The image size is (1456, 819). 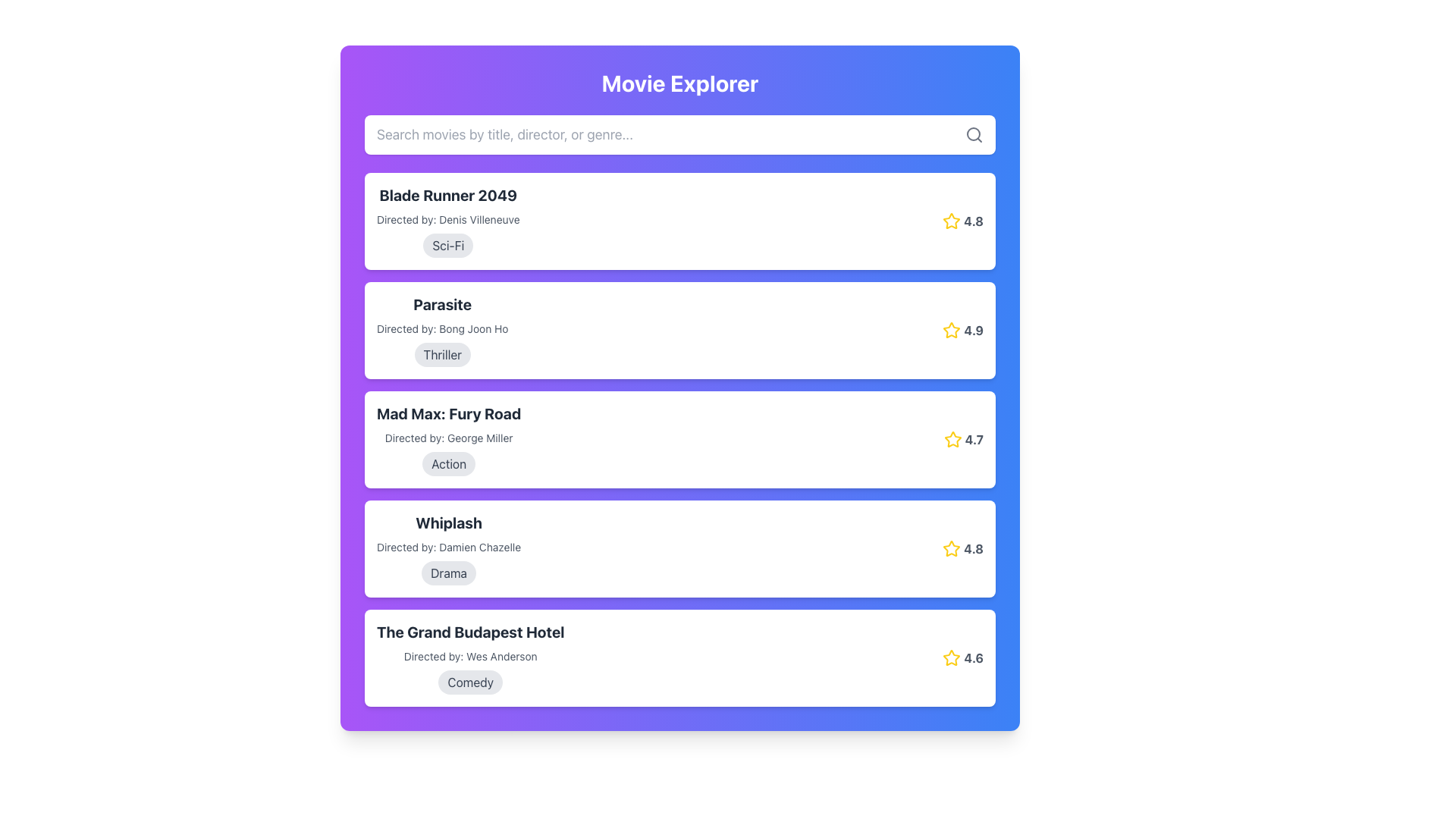 What do you see at coordinates (441, 328) in the screenshot?
I see `text label that provides the name of the director associated with the movie 'Parasite', located below the movie title and above the genre tag 'Thriller'` at bounding box center [441, 328].